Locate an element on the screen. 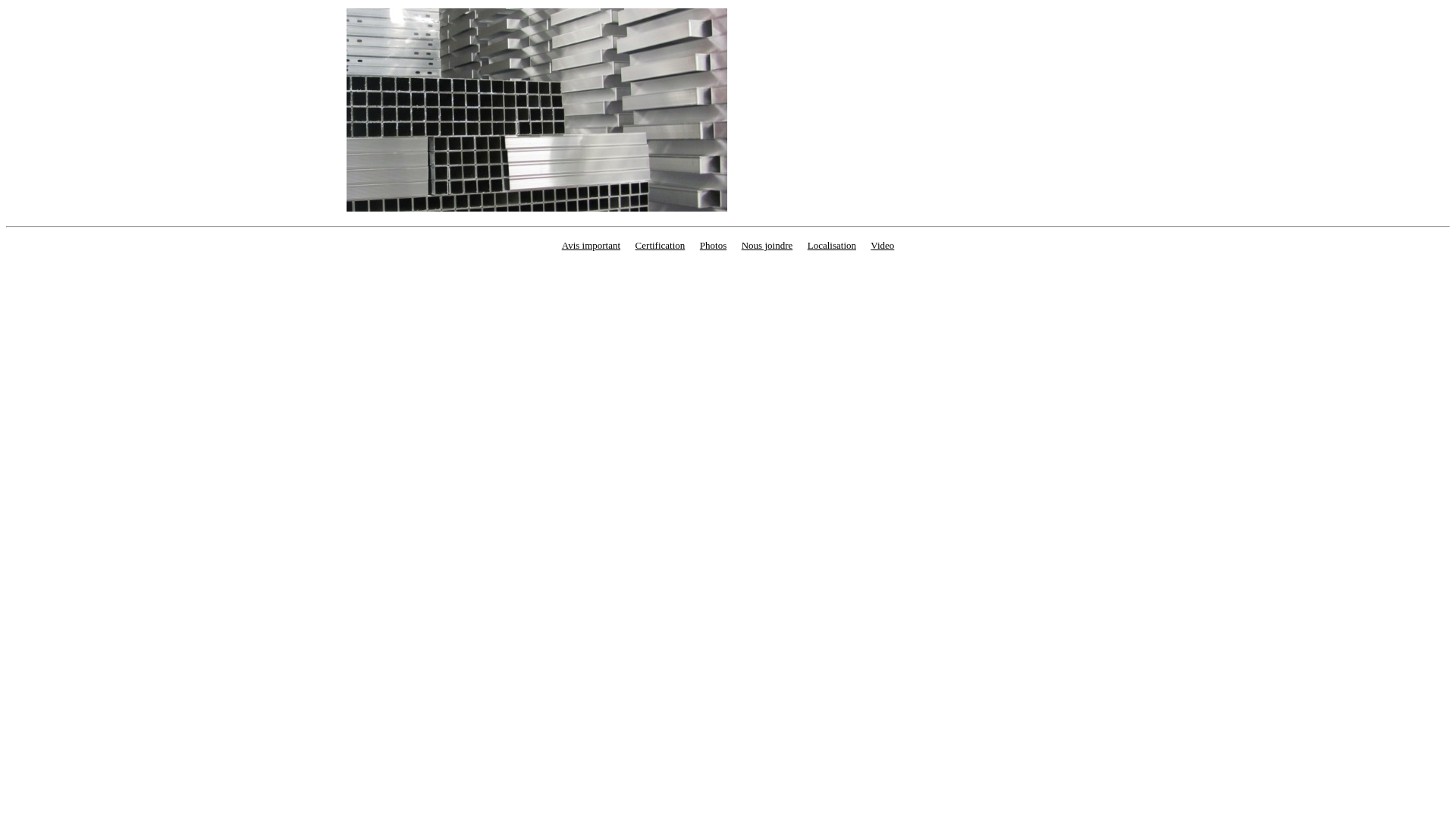  'Avis important' is located at coordinates (590, 244).